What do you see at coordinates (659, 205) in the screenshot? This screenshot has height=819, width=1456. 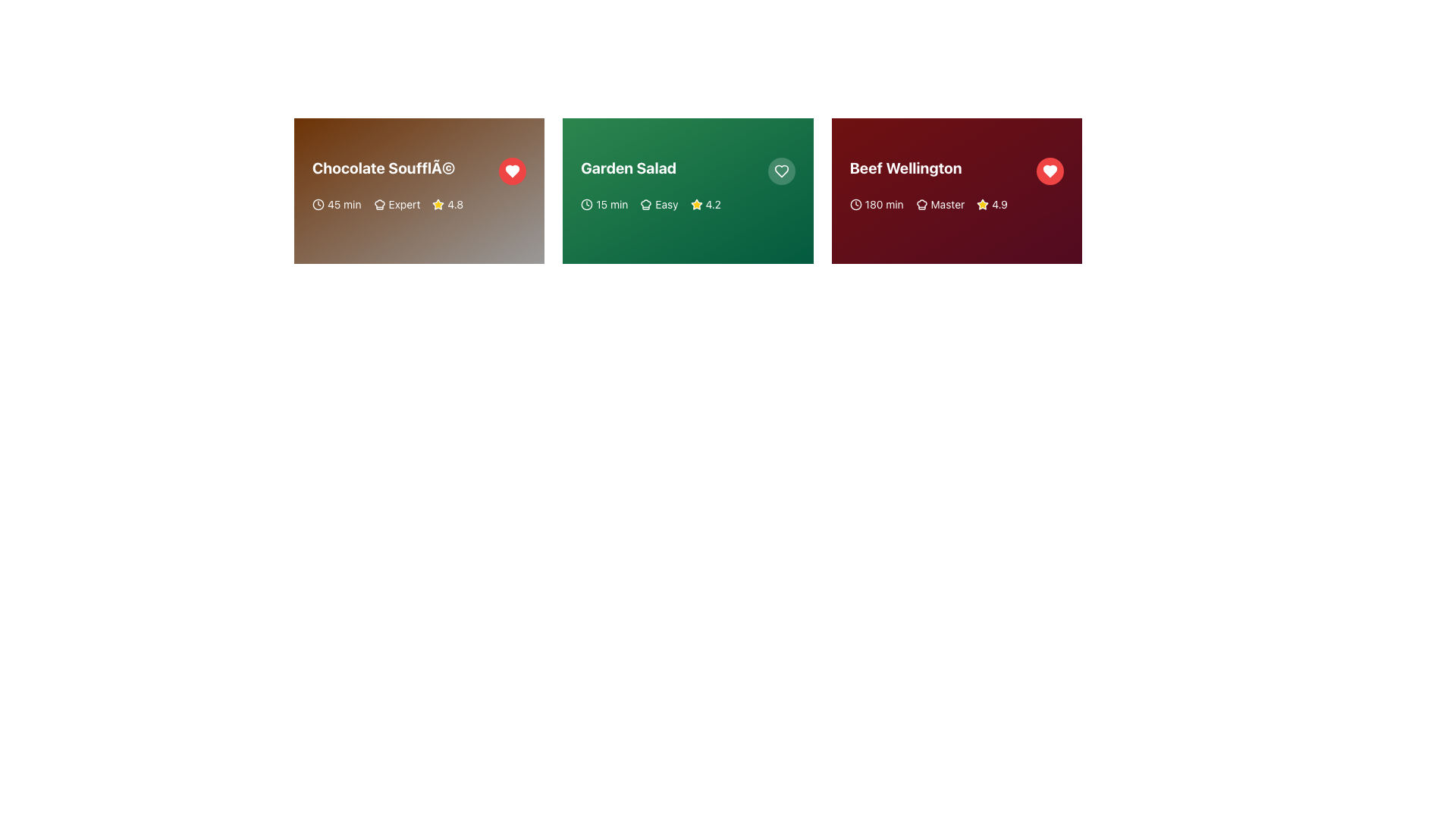 I see `the 'Easy' label with the chef's hat icon, which is styled in a small font and located within the 'Garden Salad' card, positioned next to the '15 min' label` at bounding box center [659, 205].